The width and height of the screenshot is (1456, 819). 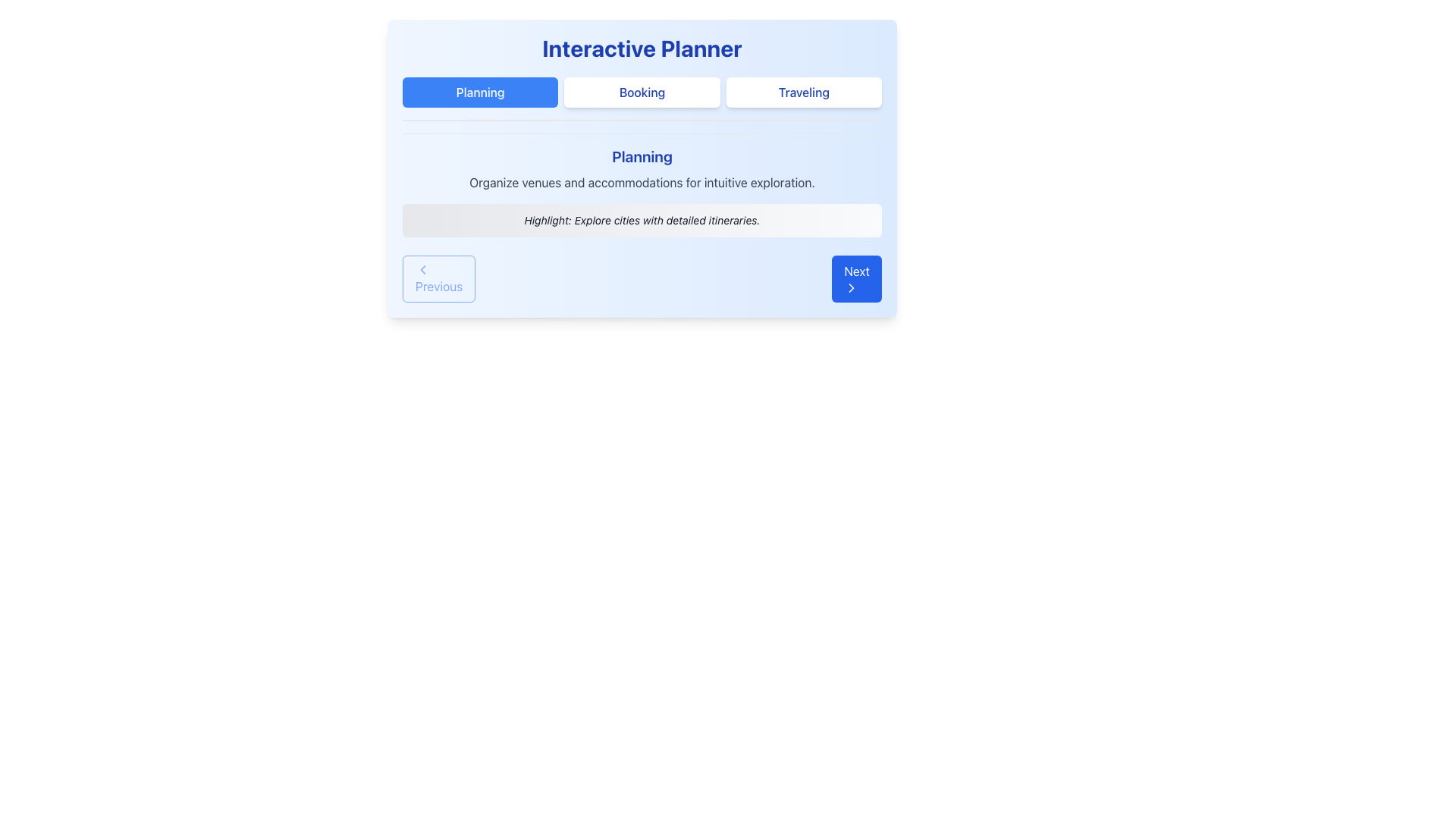 What do you see at coordinates (642, 220) in the screenshot?
I see `the informational text box providing contextual information about the 'Planning' section, which is located below the descriptive text block and above a smaller italicized version of its content` at bounding box center [642, 220].